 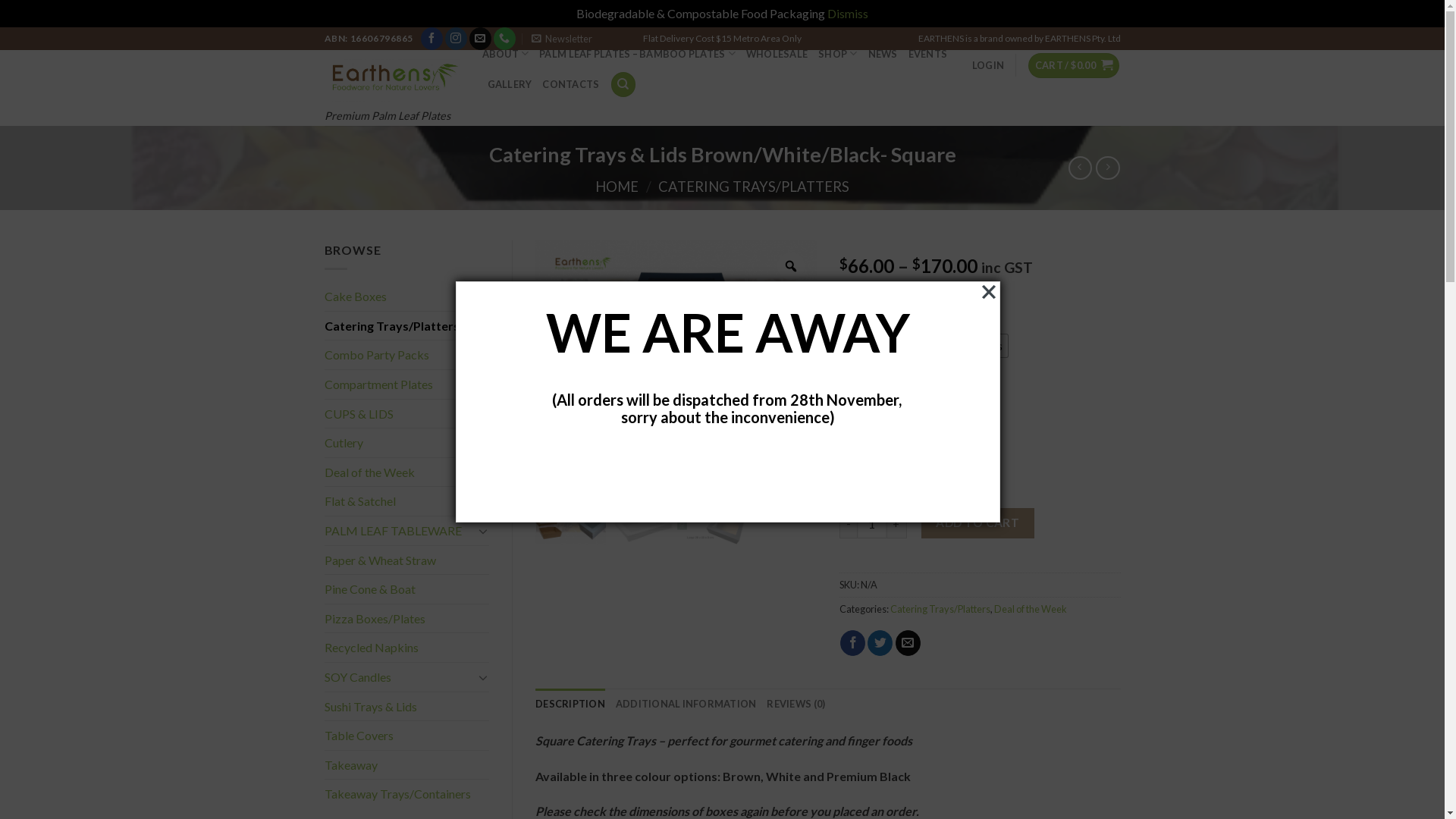 I want to click on 'CUPS & LIDS', so click(x=399, y=414).